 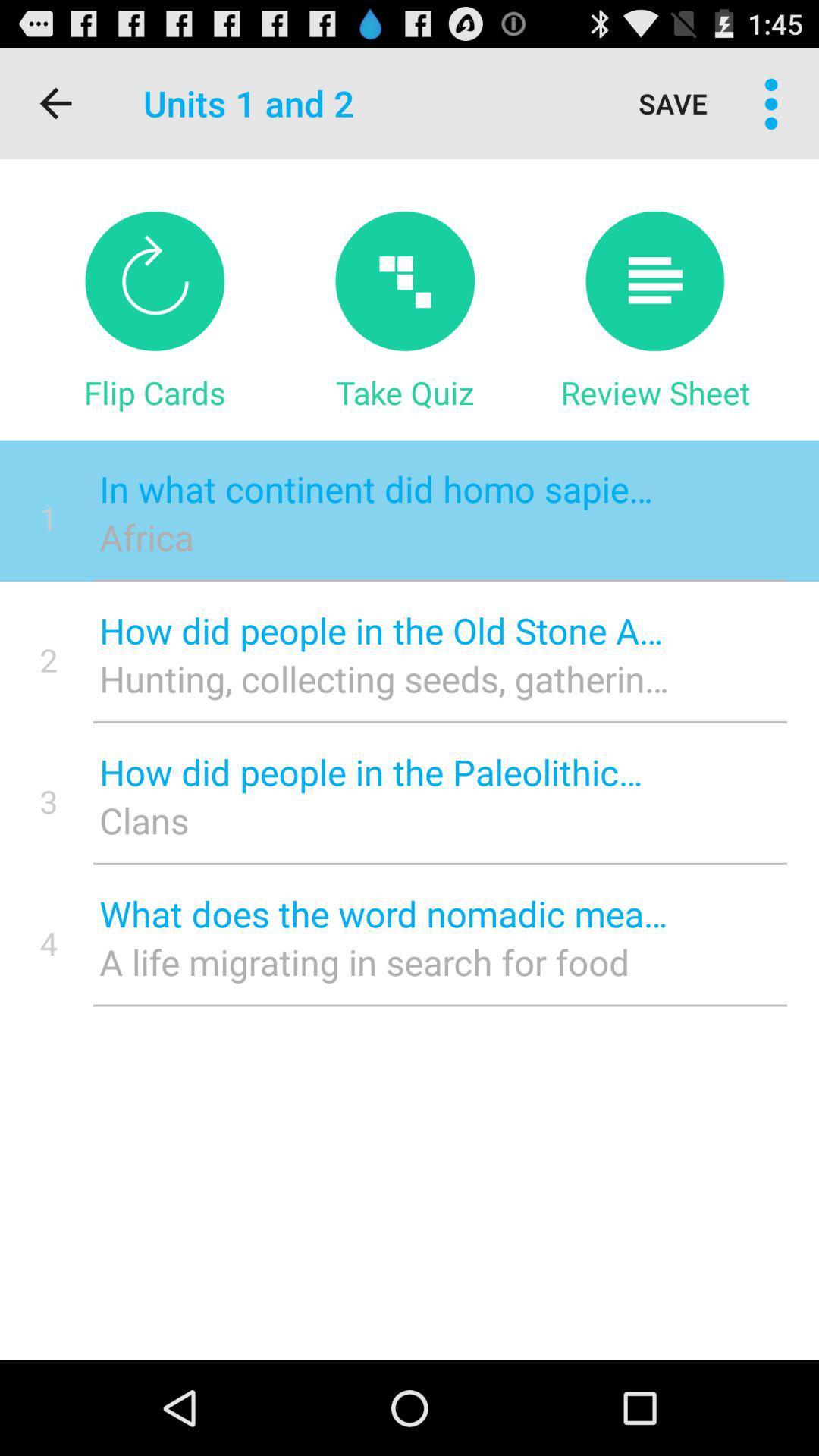 I want to click on the icon to the right of the take quiz icon, so click(x=654, y=392).